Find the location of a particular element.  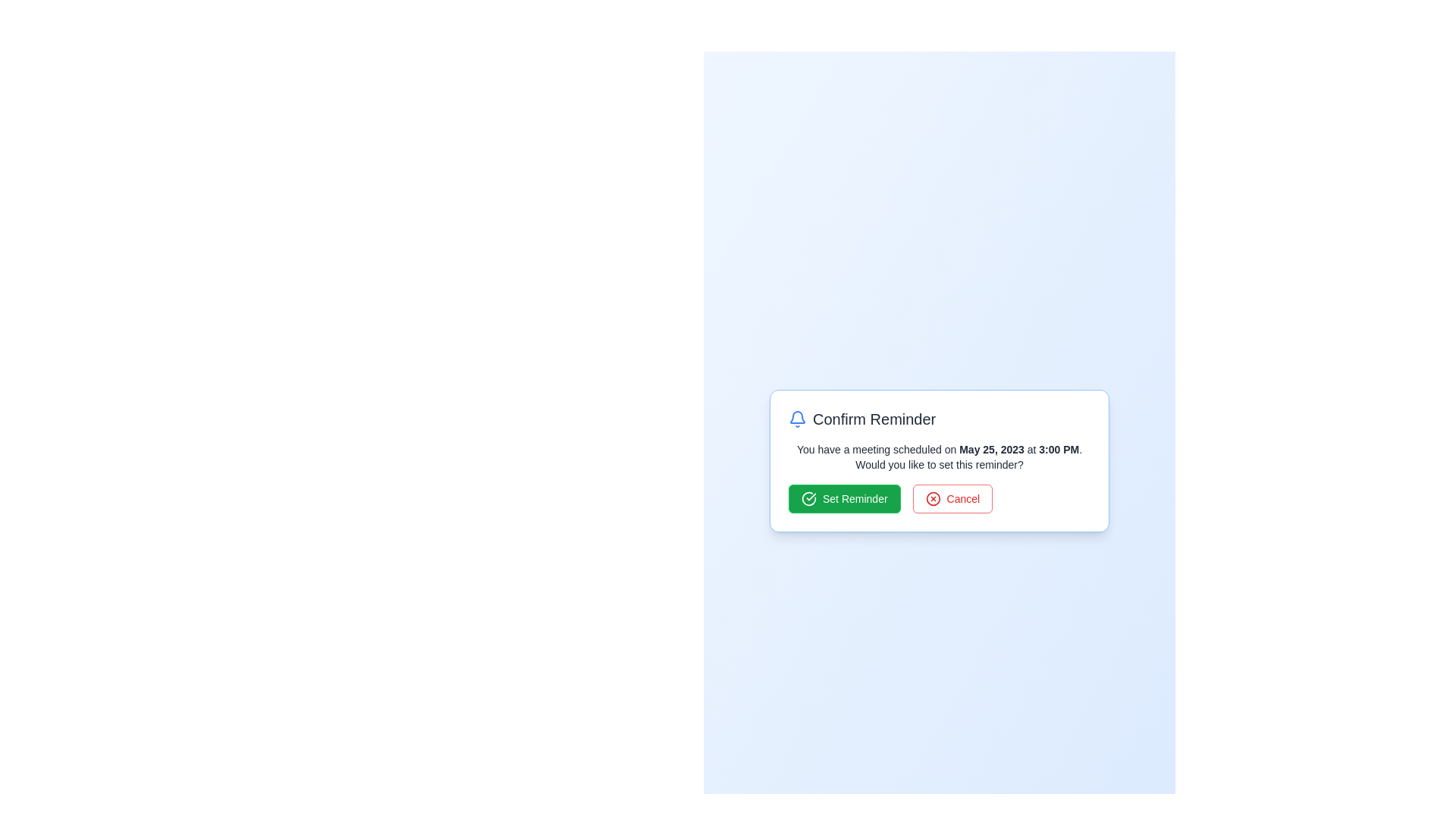

the scheduled time text element indicating '3:00 PM', which is located to the right of the date element 'May 25, 2023' in the meeting schedule details is located at coordinates (1058, 449).